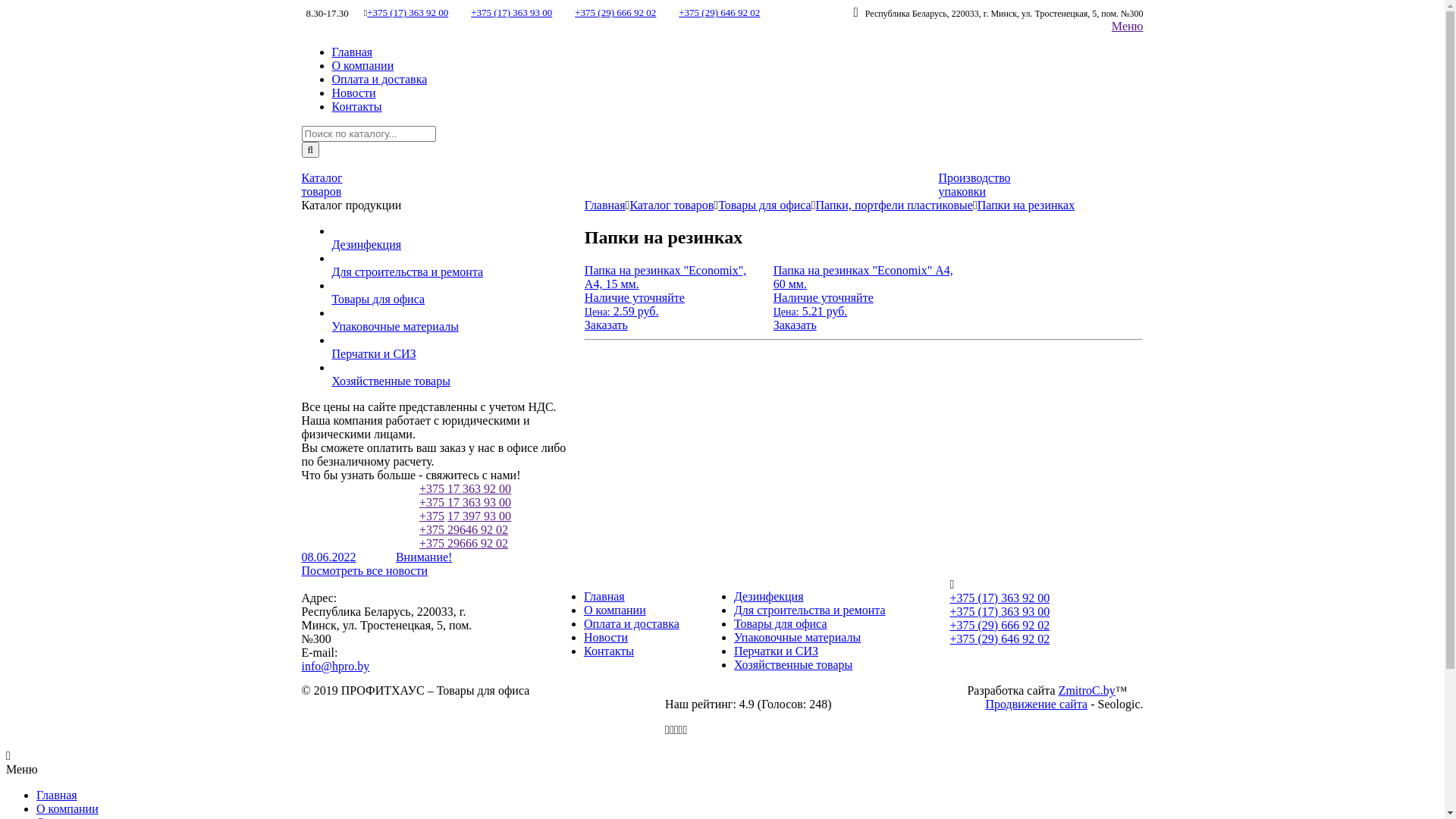 The image size is (1456, 819). Describe the element at coordinates (464, 488) in the screenshot. I see `'+375 17 363 92 00'` at that location.